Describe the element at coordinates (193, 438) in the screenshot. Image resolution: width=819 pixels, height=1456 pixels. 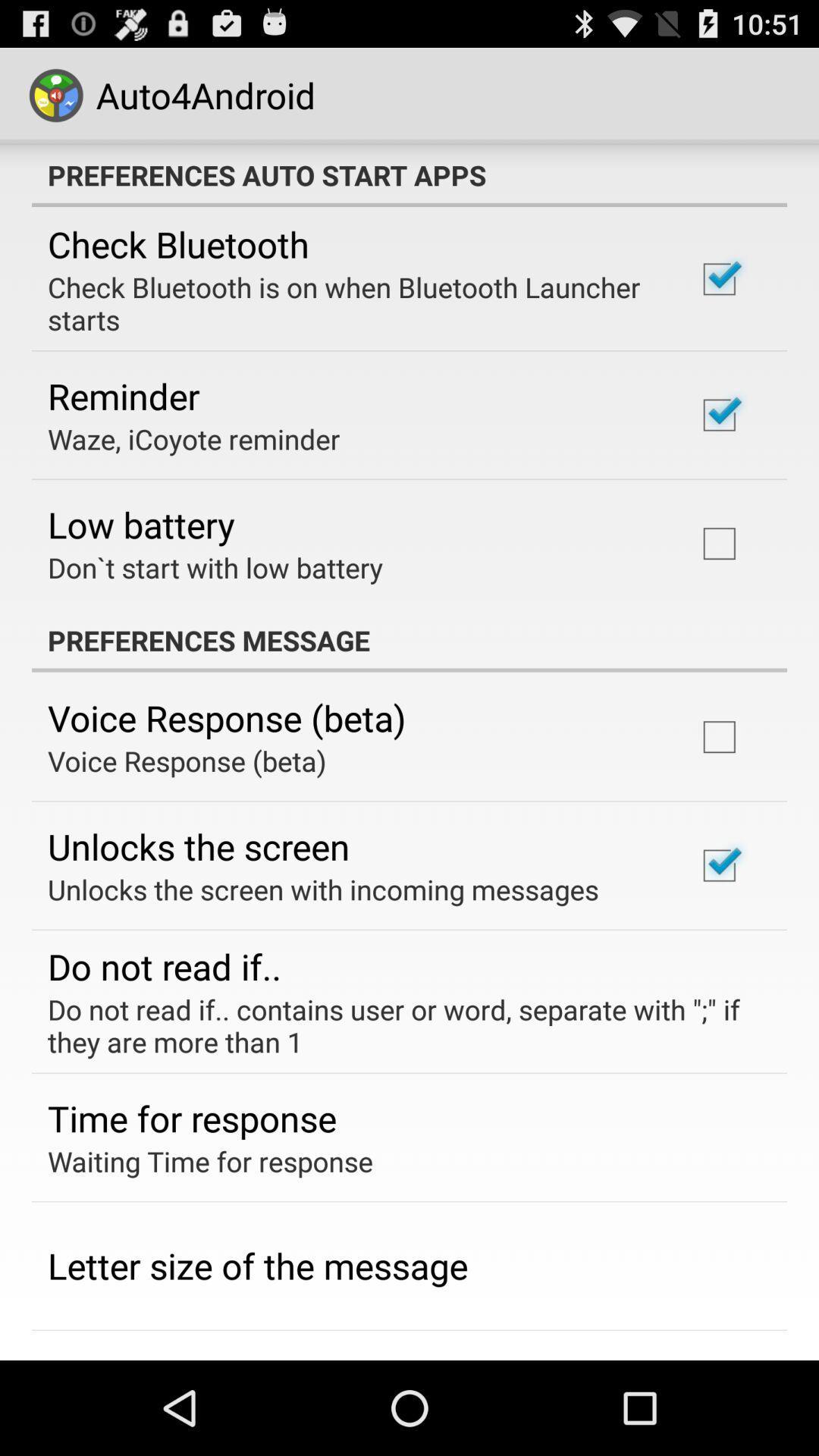
I see `the app above the low battery item` at that location.